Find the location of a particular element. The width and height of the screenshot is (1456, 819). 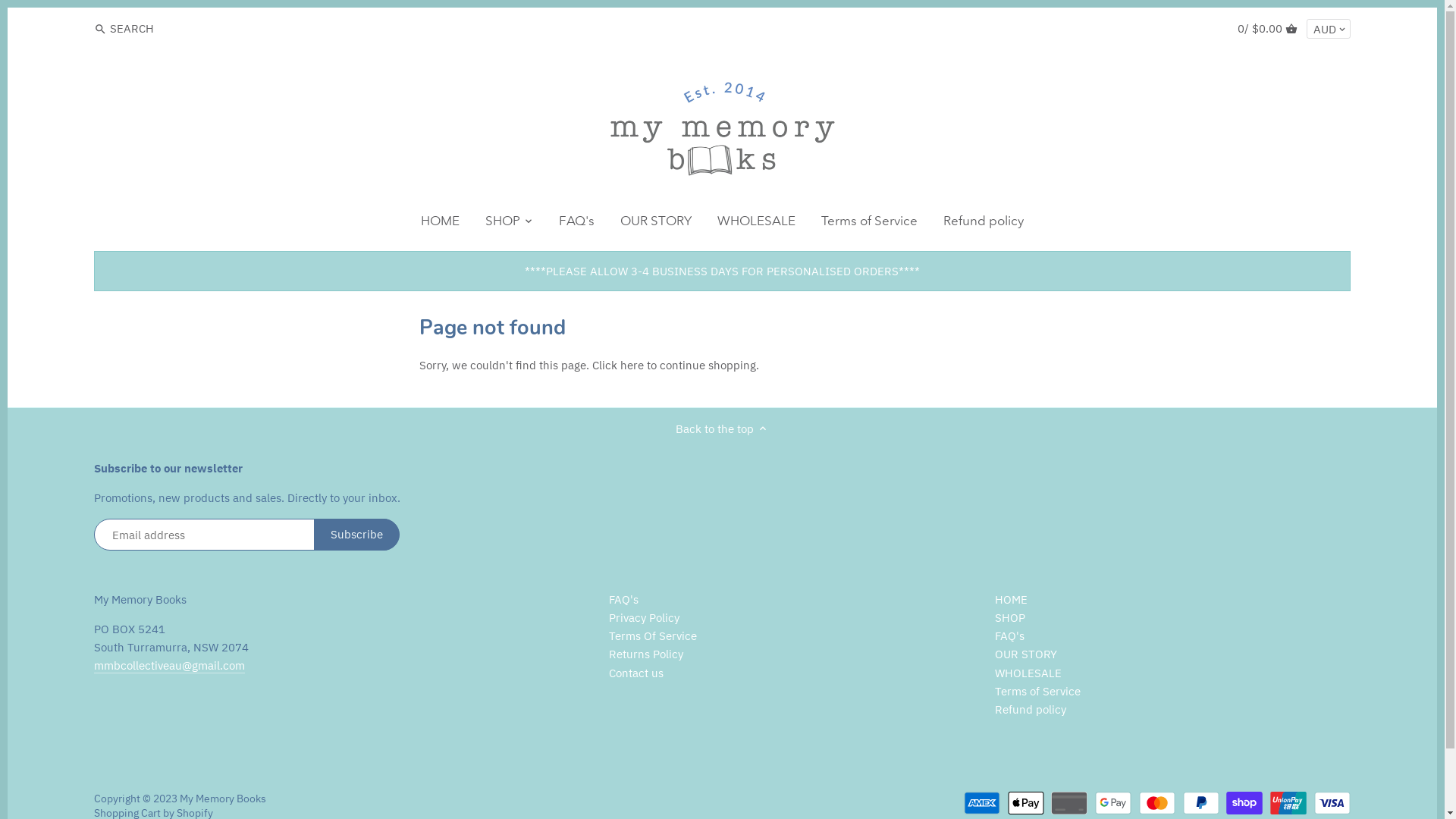

'Back to the top' is located at coordinates (675, 428).